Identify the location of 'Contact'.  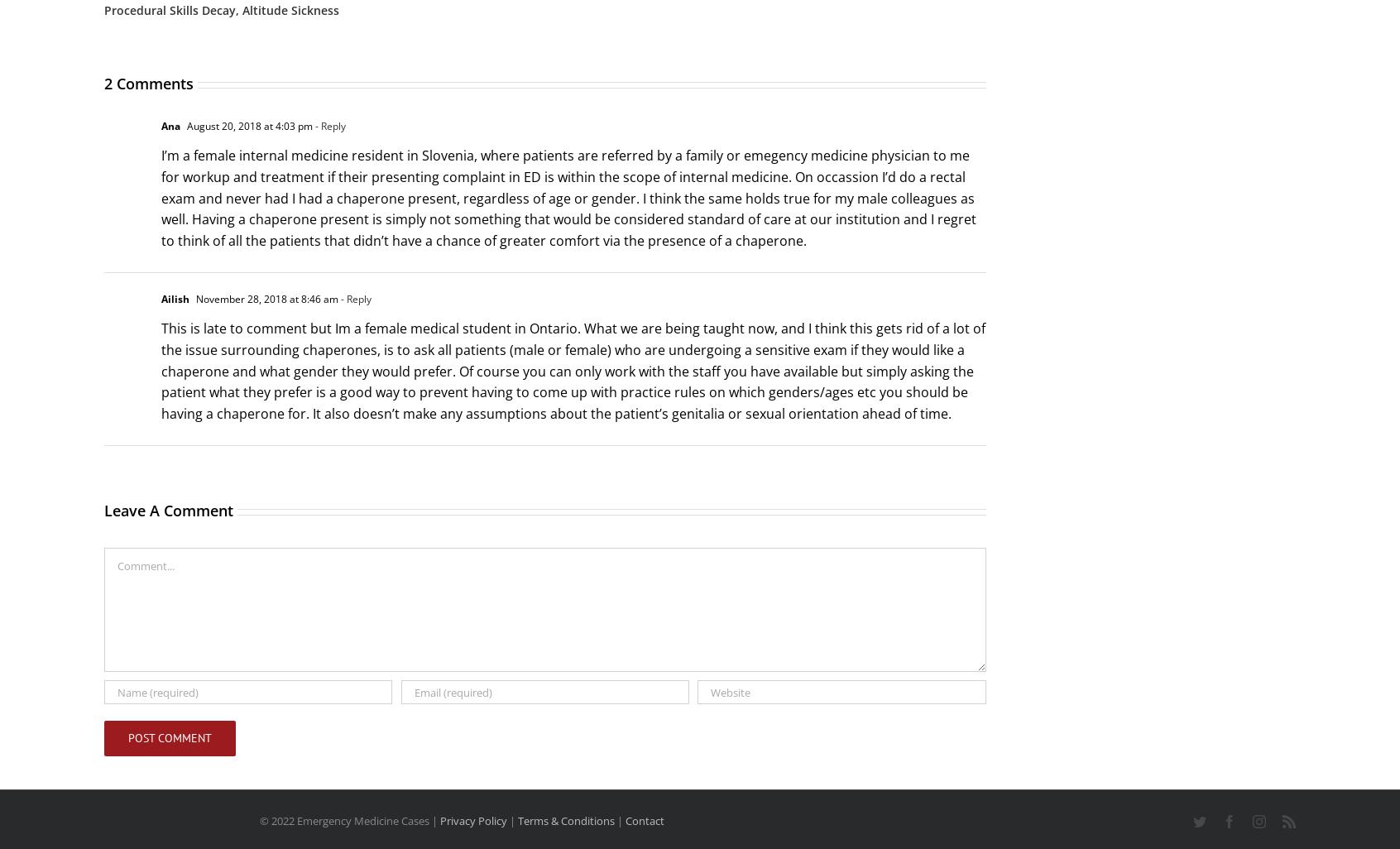
(623, 820).